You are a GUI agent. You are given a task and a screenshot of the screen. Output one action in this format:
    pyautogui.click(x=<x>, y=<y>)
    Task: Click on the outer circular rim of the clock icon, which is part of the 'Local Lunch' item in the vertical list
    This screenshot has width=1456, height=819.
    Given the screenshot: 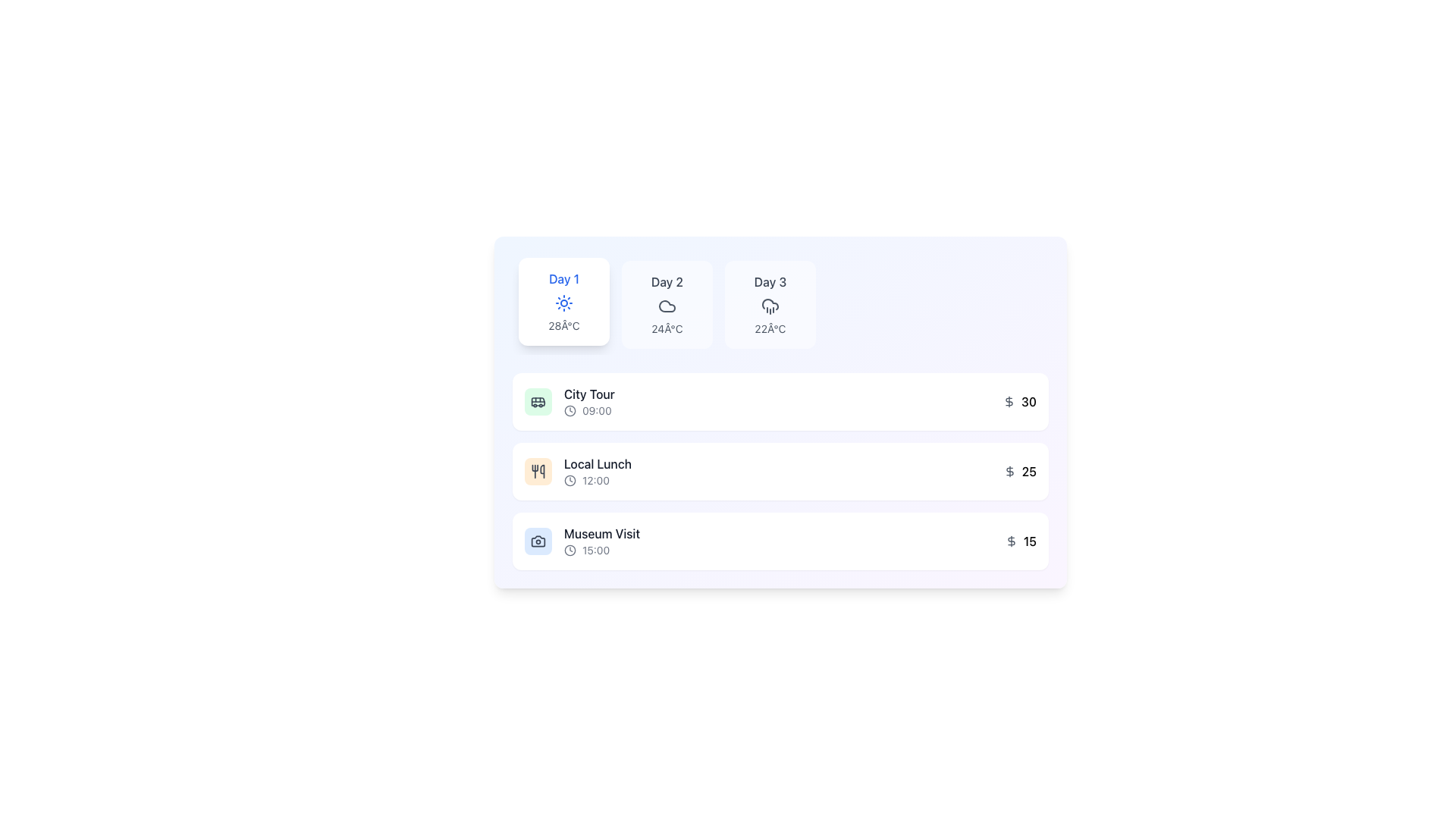 What is the action you would take?
    pyautogui.click(x=570, y=411)
    